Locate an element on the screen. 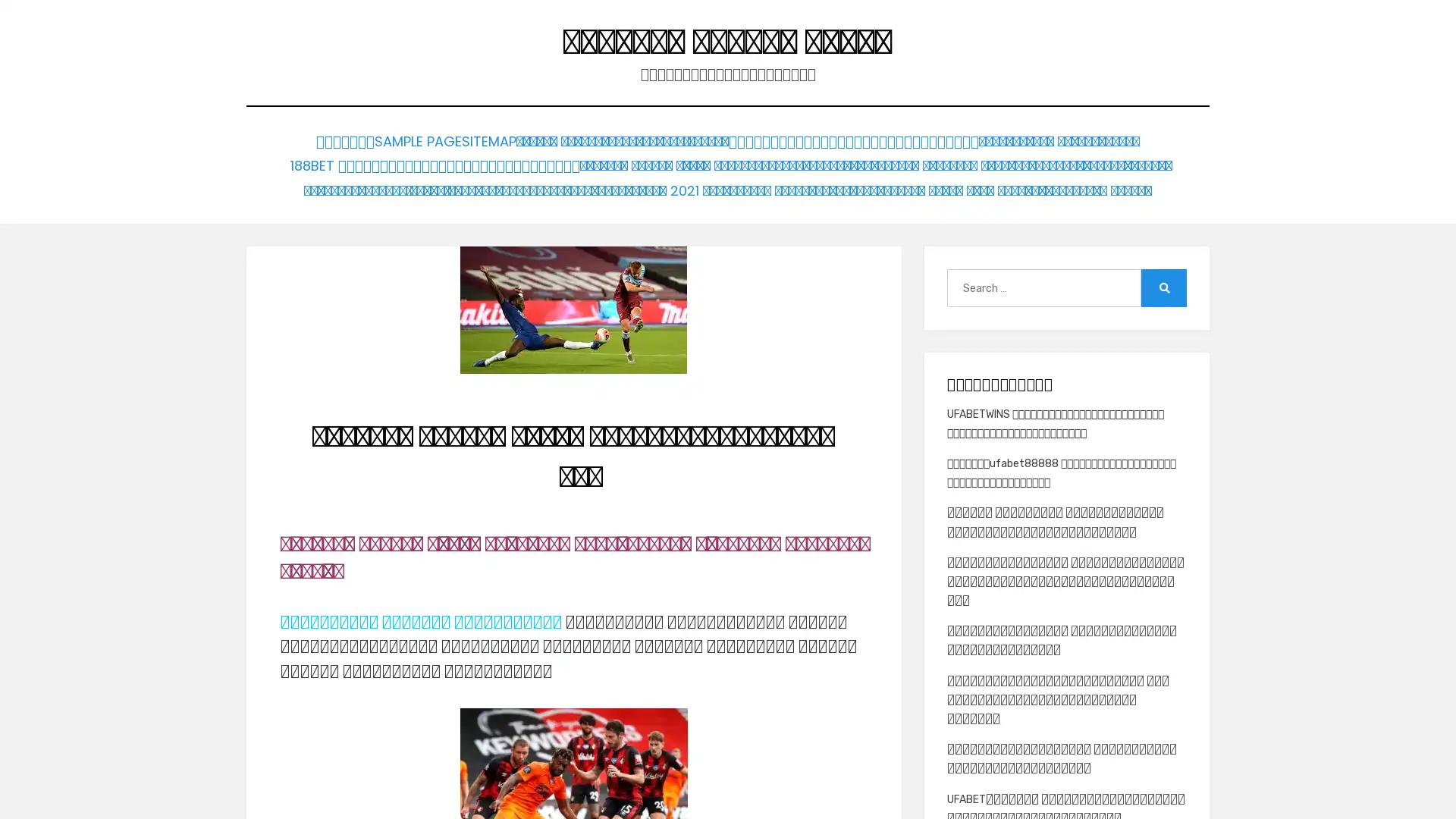  Search is located at coordinates (1163, 267).